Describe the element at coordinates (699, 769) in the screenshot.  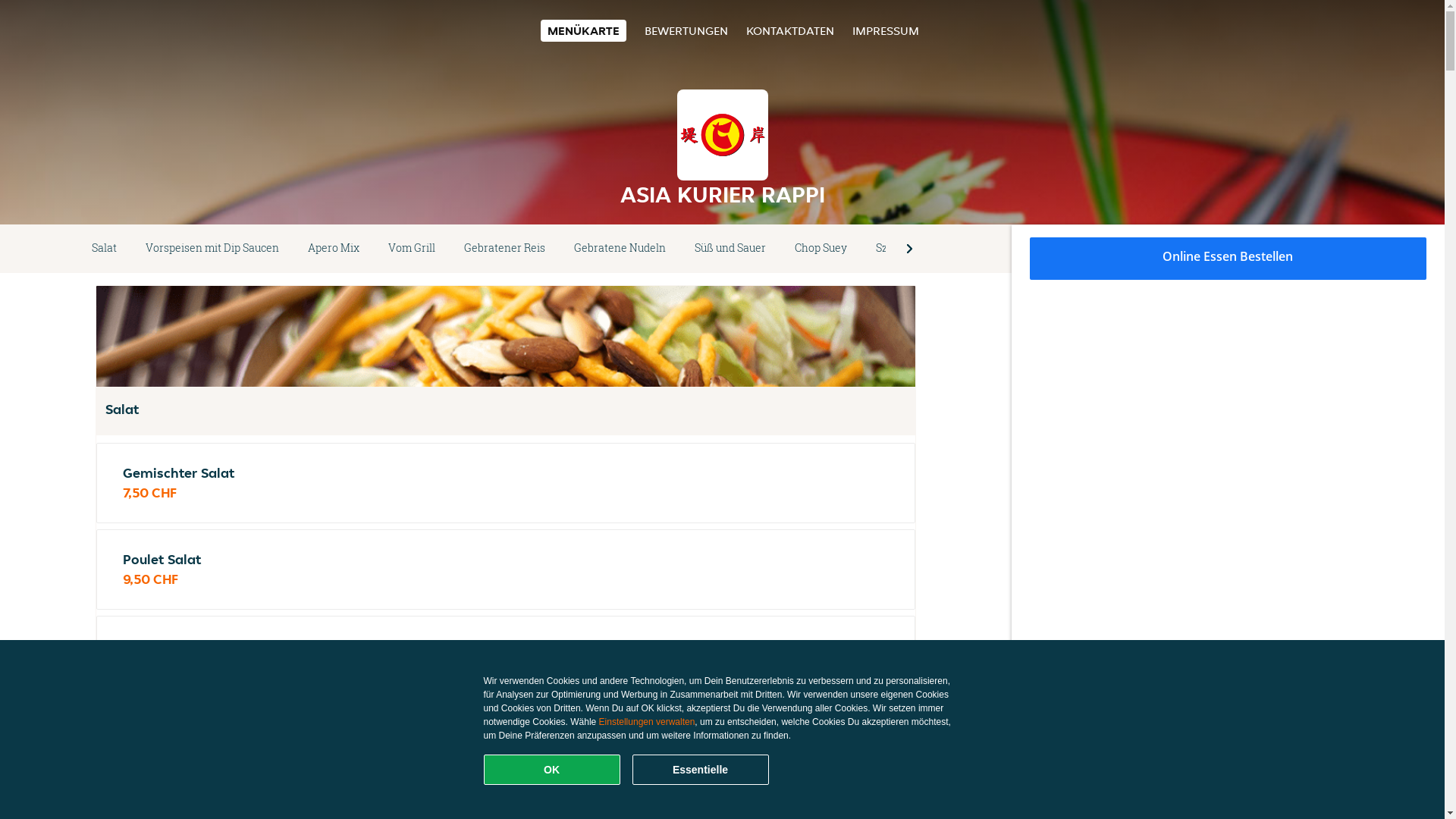
I see `'Essentielle'` at that location.